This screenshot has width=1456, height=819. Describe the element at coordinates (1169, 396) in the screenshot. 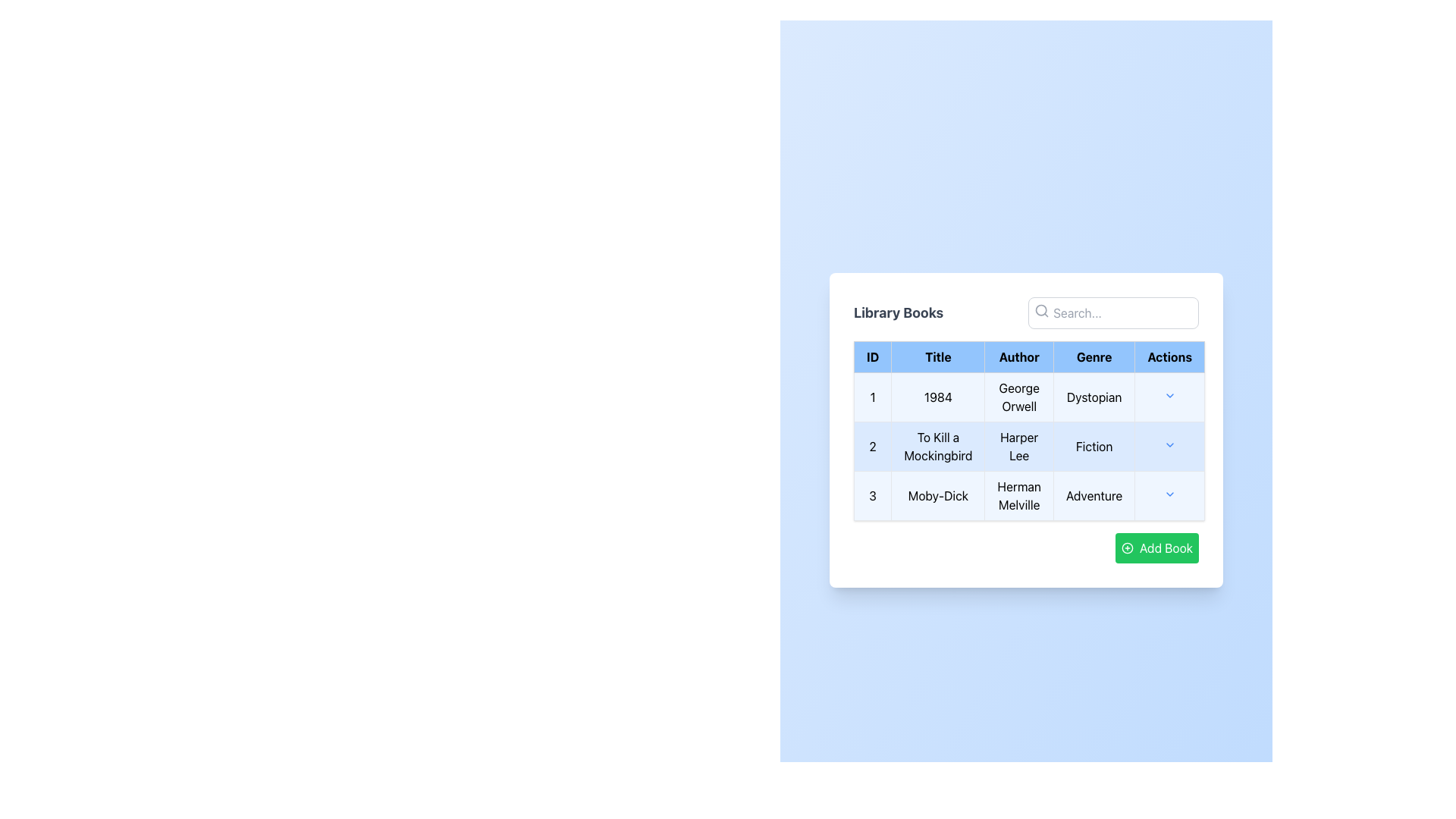

I see `the Dropdown icon located in the final cell of the first row under the 'Actions' column` at that location.